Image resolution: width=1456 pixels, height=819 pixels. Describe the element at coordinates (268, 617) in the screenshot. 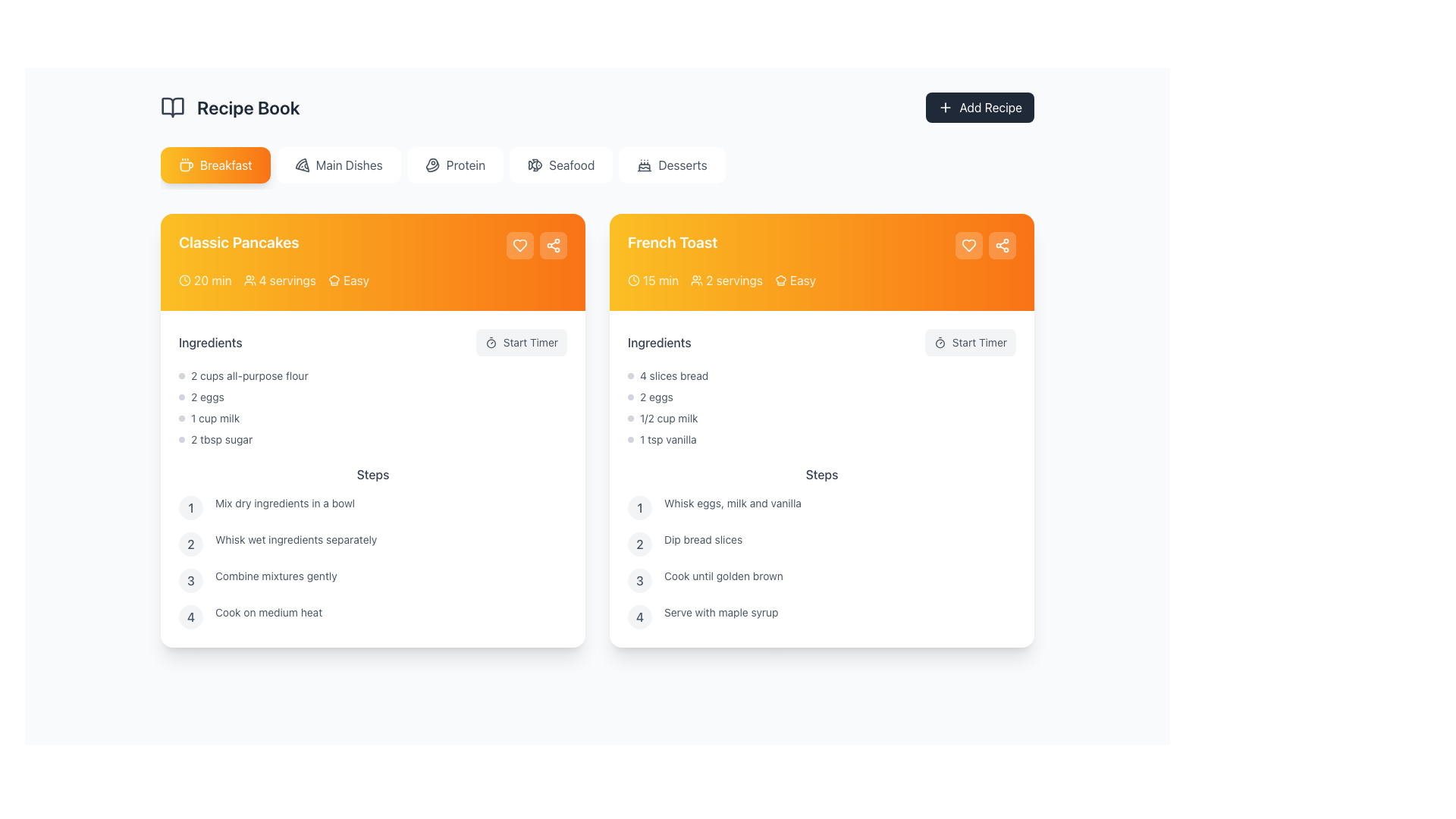

I see `the plain gray text displaying 'Cook on medium heat', which is the fourth step in the instructions list under the 'Classic Pancakes' recipe card in the 'Recipe Book' application` at that location.